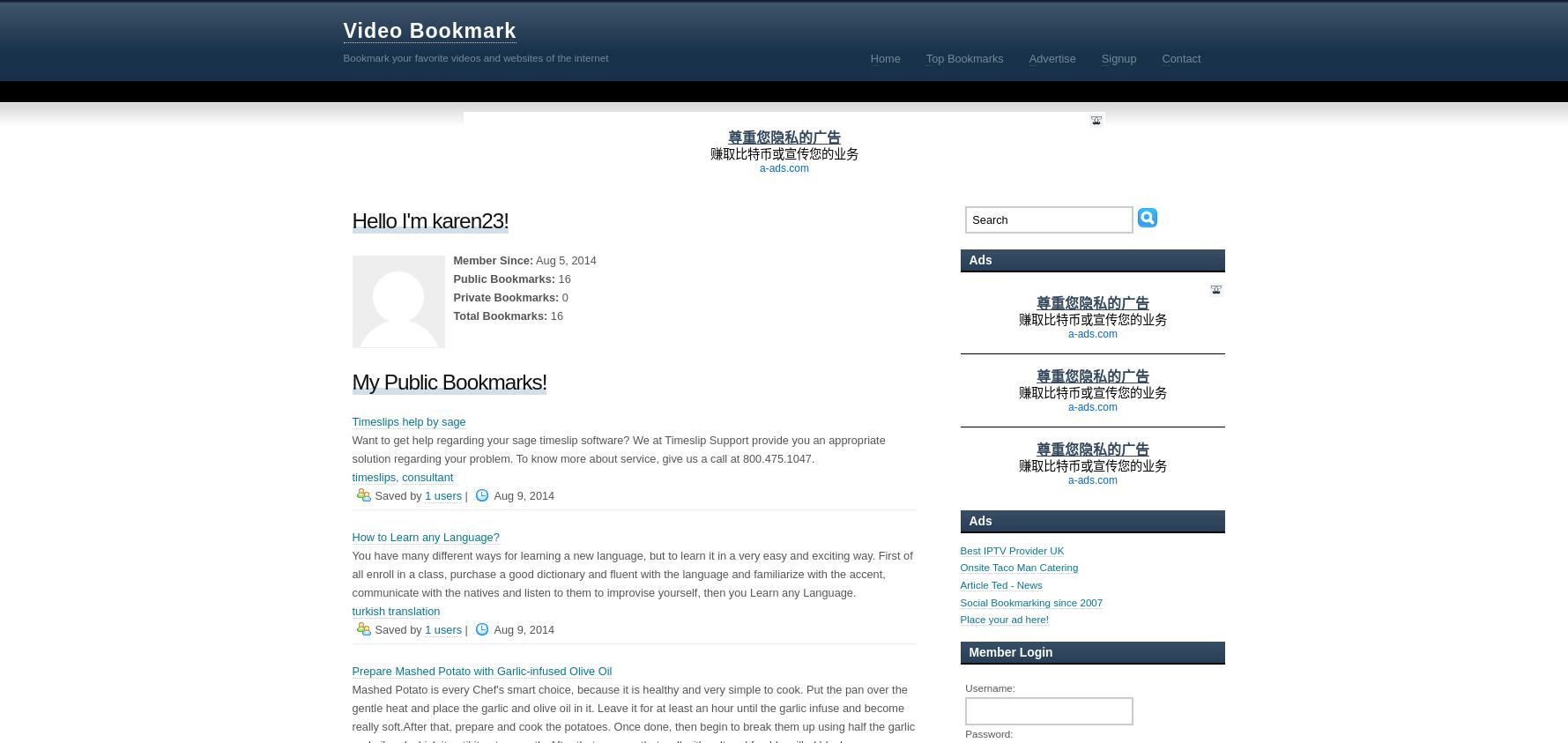 The height and width of the screenshot is (743, 1568). Describe the element at coordinates (351, 572) in the screenshot. I see `'You have many different ways for learning a new language, but to learn it in a very easy and exciting way. First of all enroll in a class, purchase a good dictionary and fluent with the language and familiarize with the accent, communicate with the natives and listen to them to improvise yourself, then you Learn any Language.'` at that location.